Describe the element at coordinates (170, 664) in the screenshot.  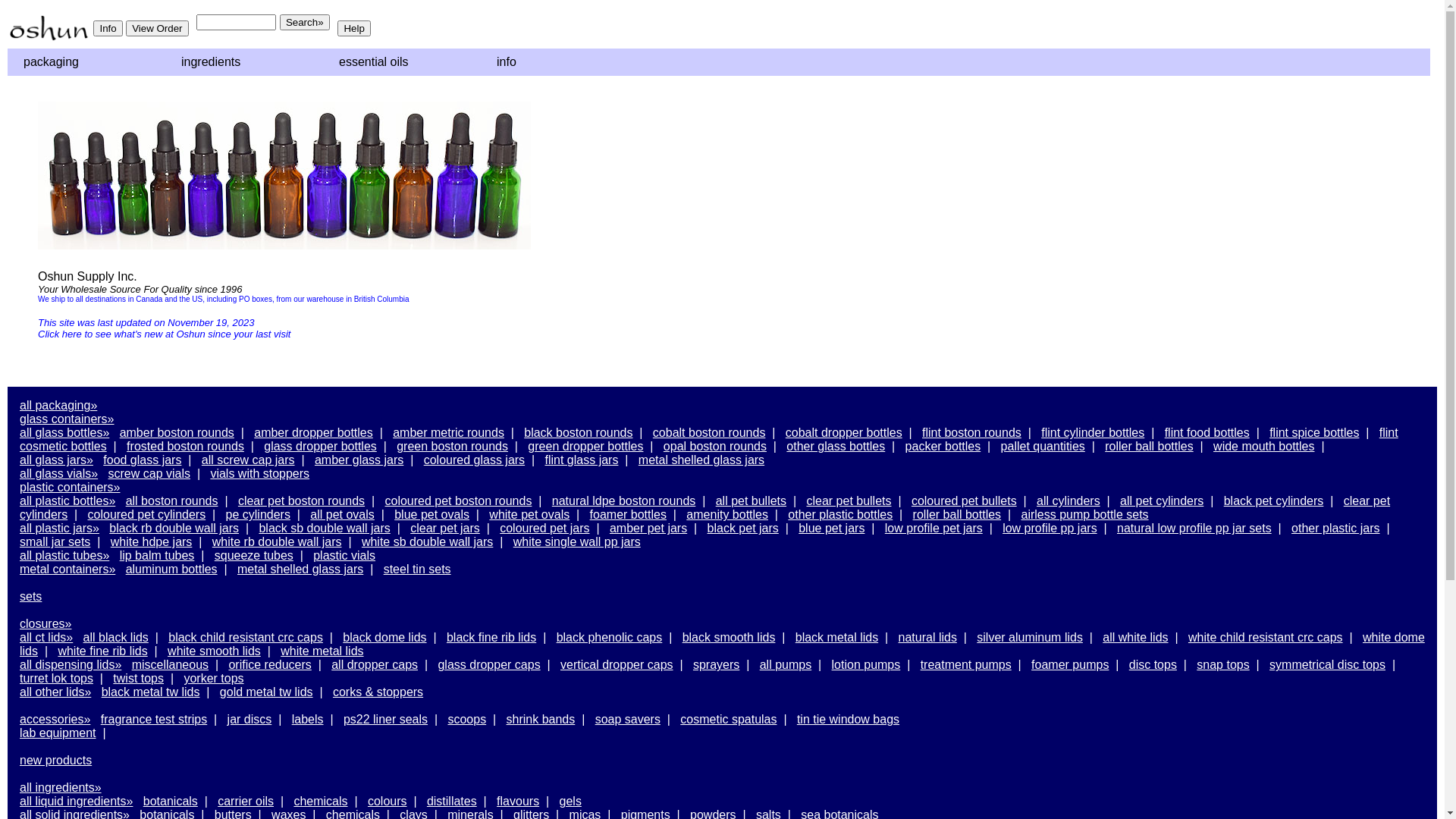
I see `'miscellaneous'` at that location.